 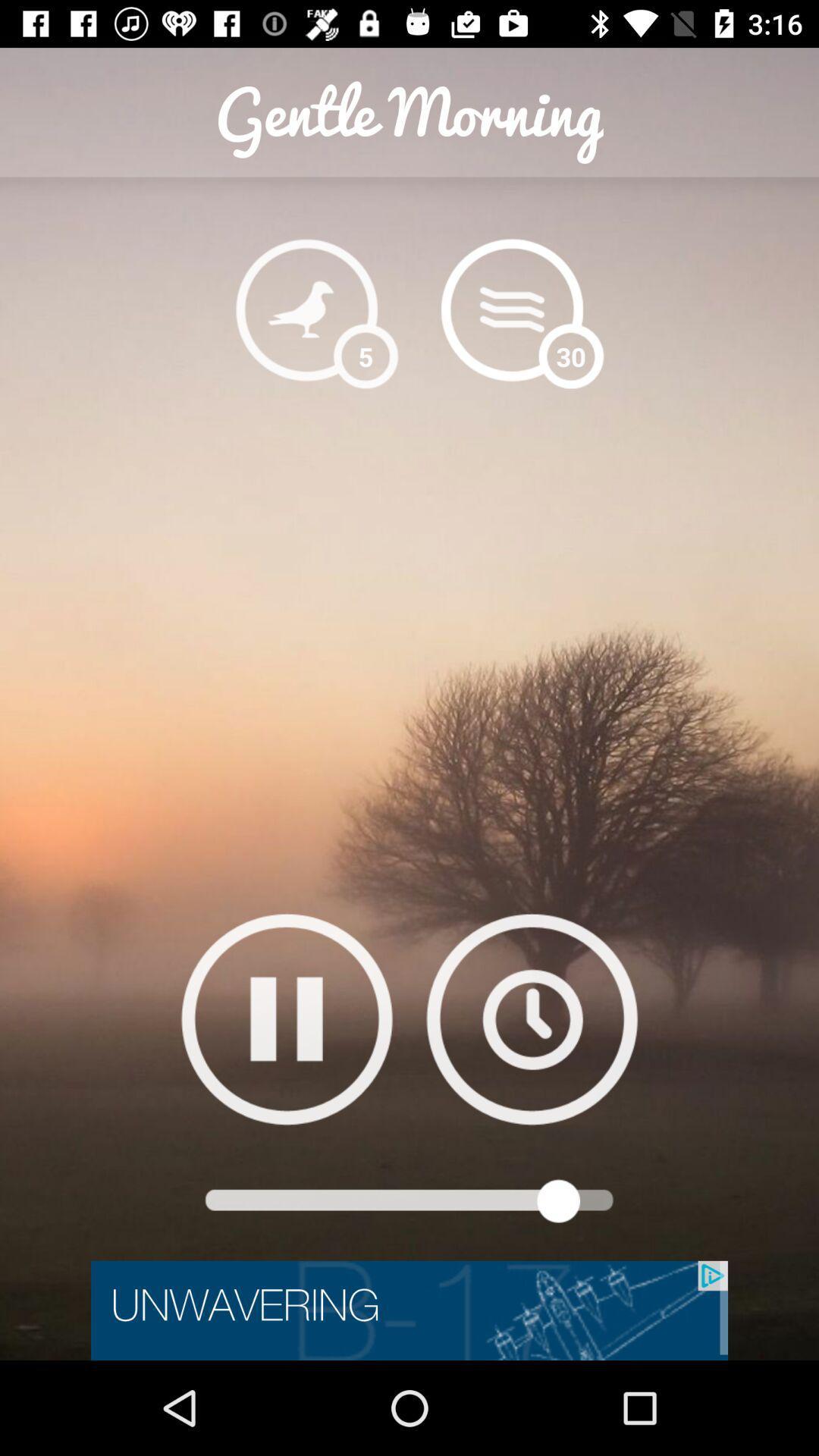 What do you see at coordinates (409, 1310) in the screenshot?
I see `navigate to advertised item` at bounding box center [409, 1310].